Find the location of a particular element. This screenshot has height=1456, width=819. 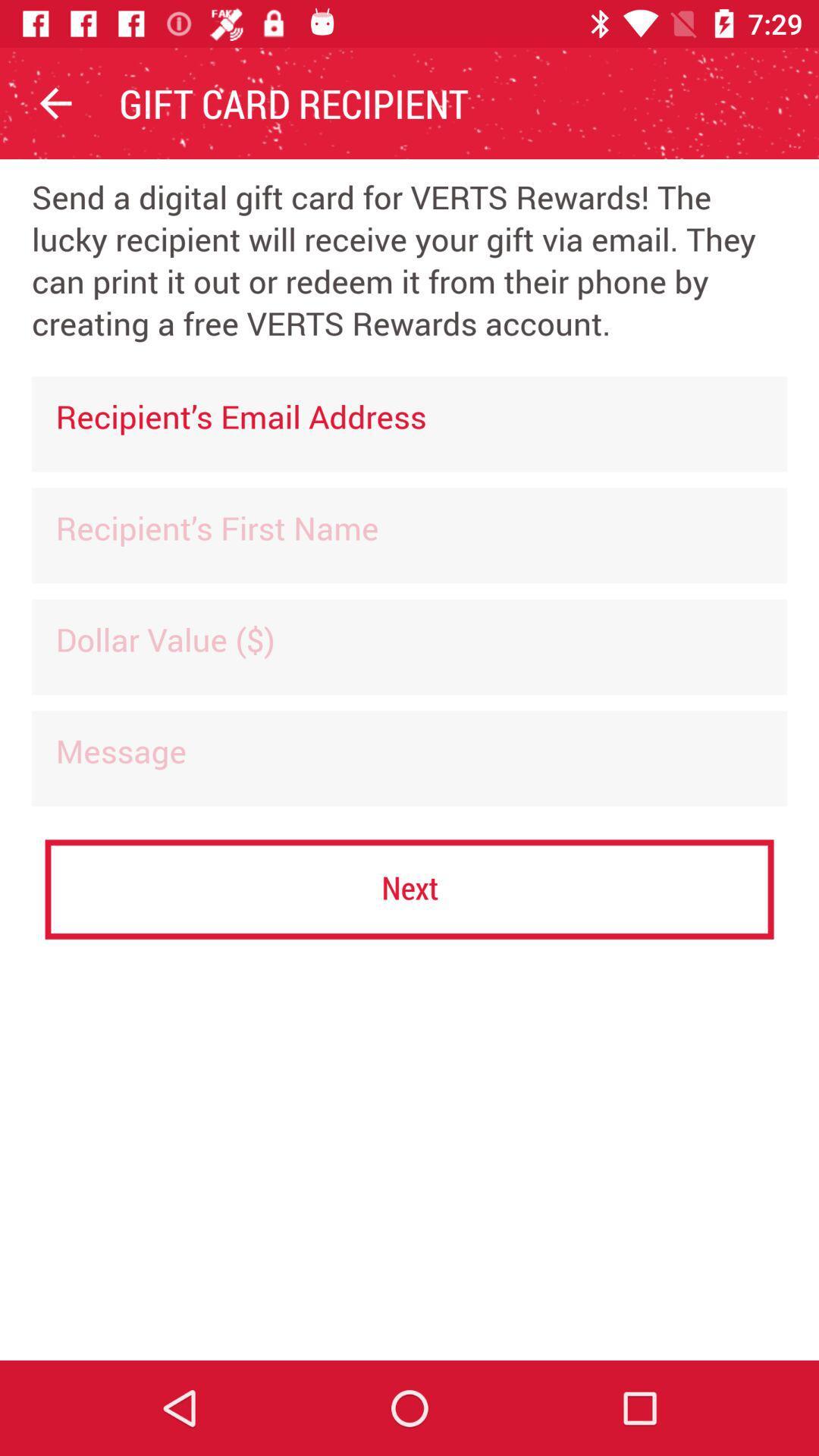

the icon below the send a digital is located at coordinates (409, 424).